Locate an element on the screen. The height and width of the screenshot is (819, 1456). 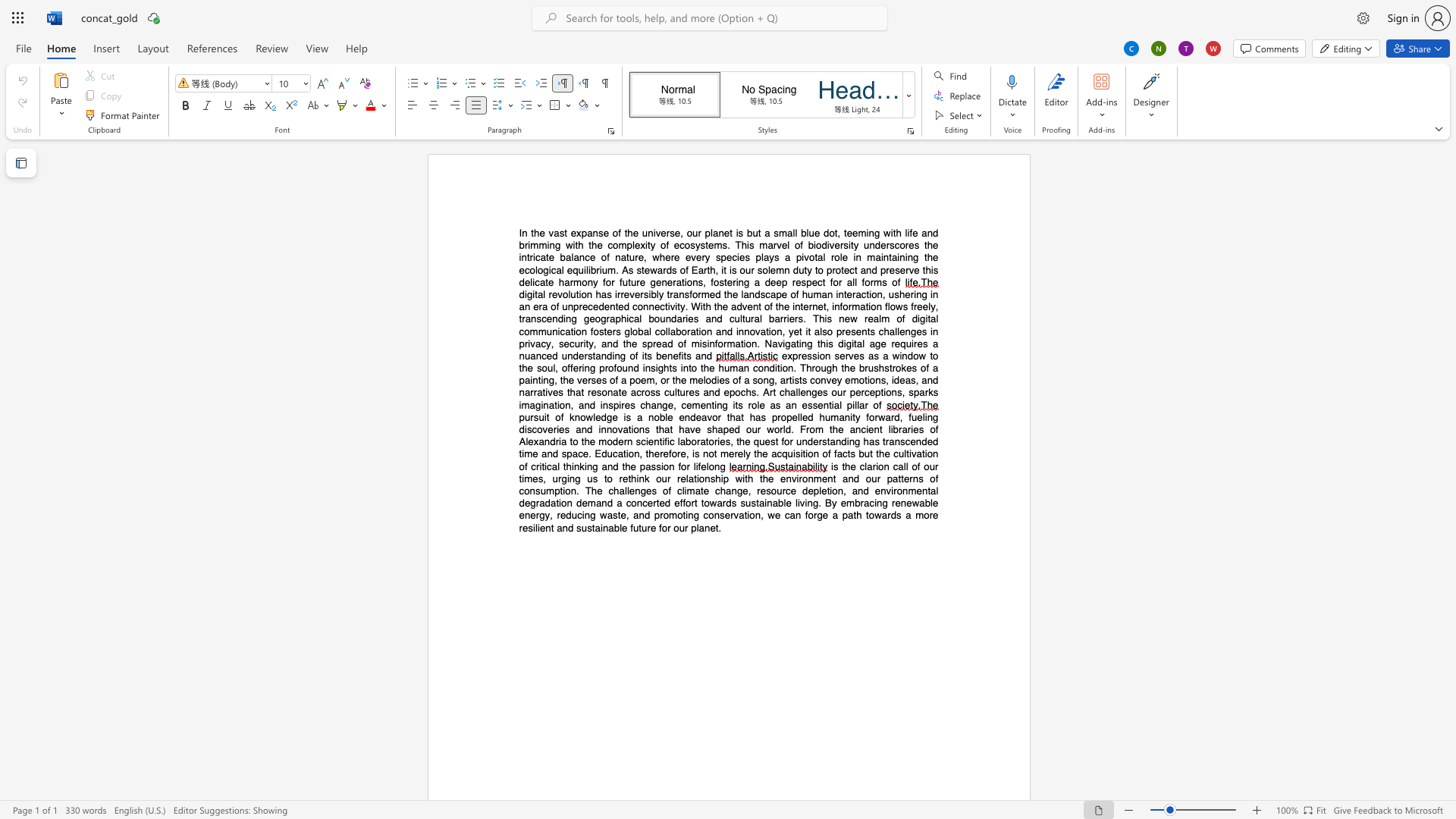
the 12th character "r" in the text is located at coordinates (535, 391).